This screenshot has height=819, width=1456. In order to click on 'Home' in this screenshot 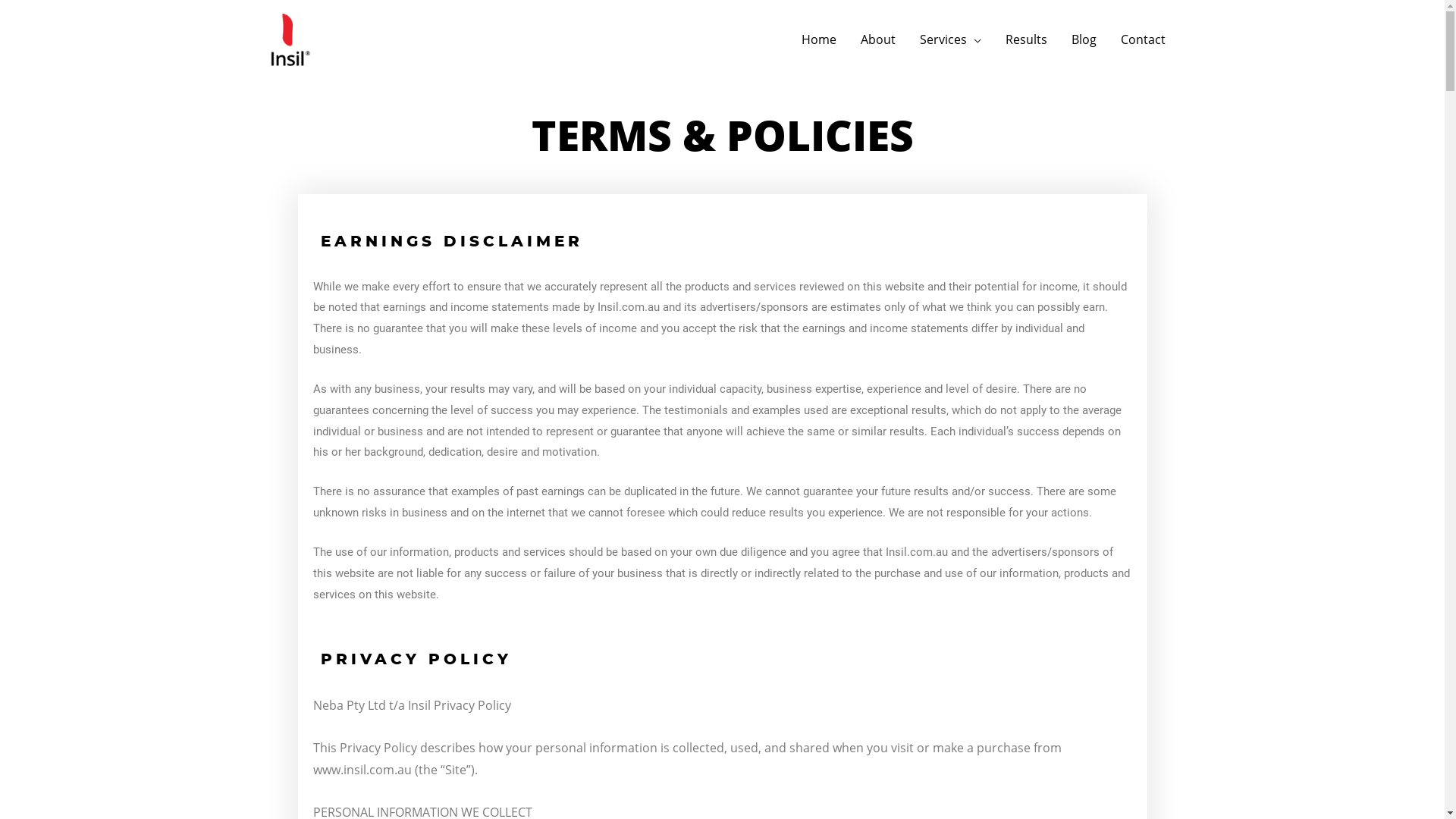, I will do `click(817, 38)`.